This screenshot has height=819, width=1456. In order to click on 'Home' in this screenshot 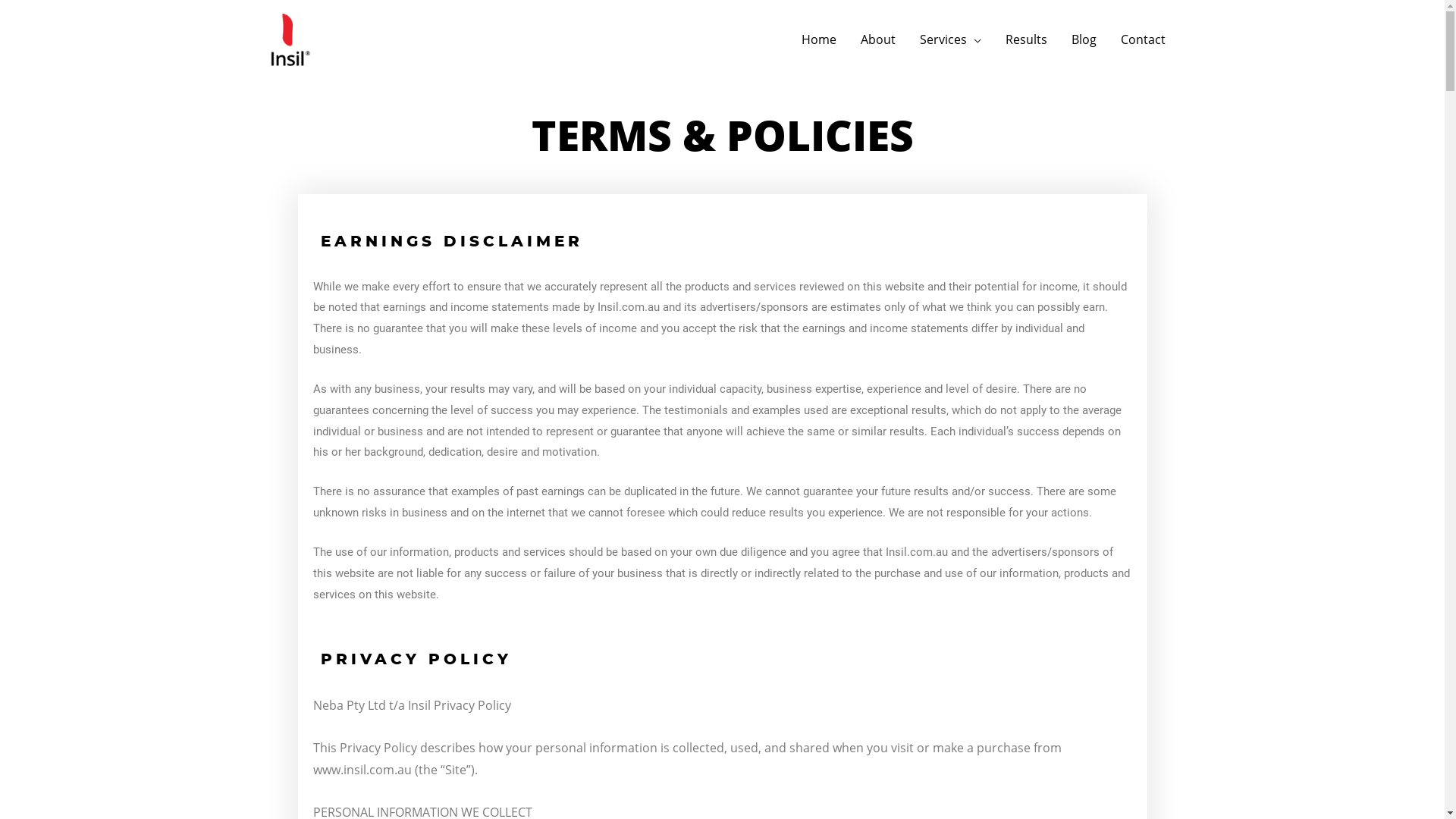, I will do `click(817, 38)`.